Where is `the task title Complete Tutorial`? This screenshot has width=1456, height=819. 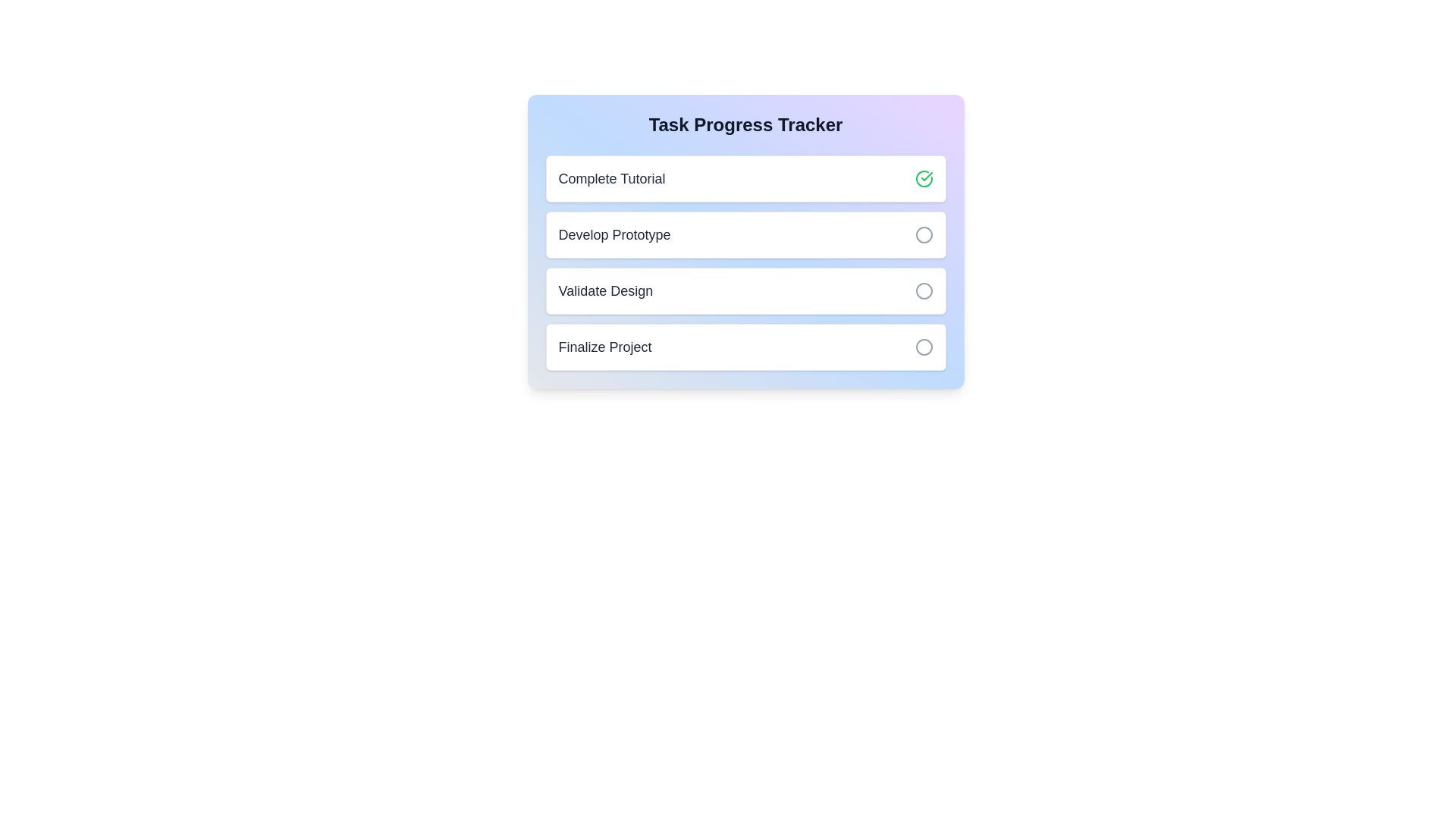 the task title Complete Tutorial is located at coordinates (611, 177).